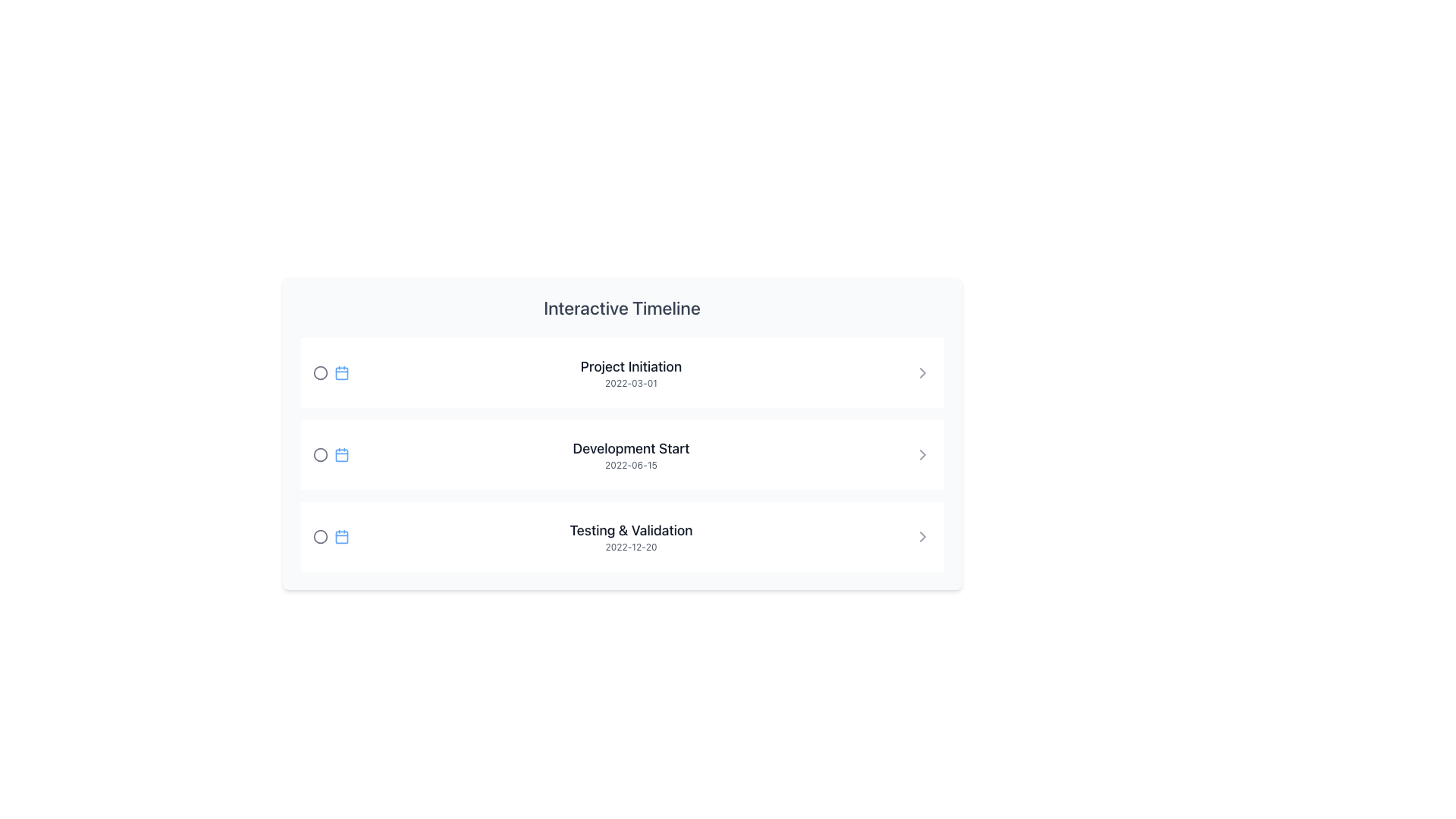  Describe the element at coordinates (622, 307) in the screenshot. I see `the text label that displays 'Interactive Timeline', which is bold and large, centered at the top of the section containing project milestones` at that location.